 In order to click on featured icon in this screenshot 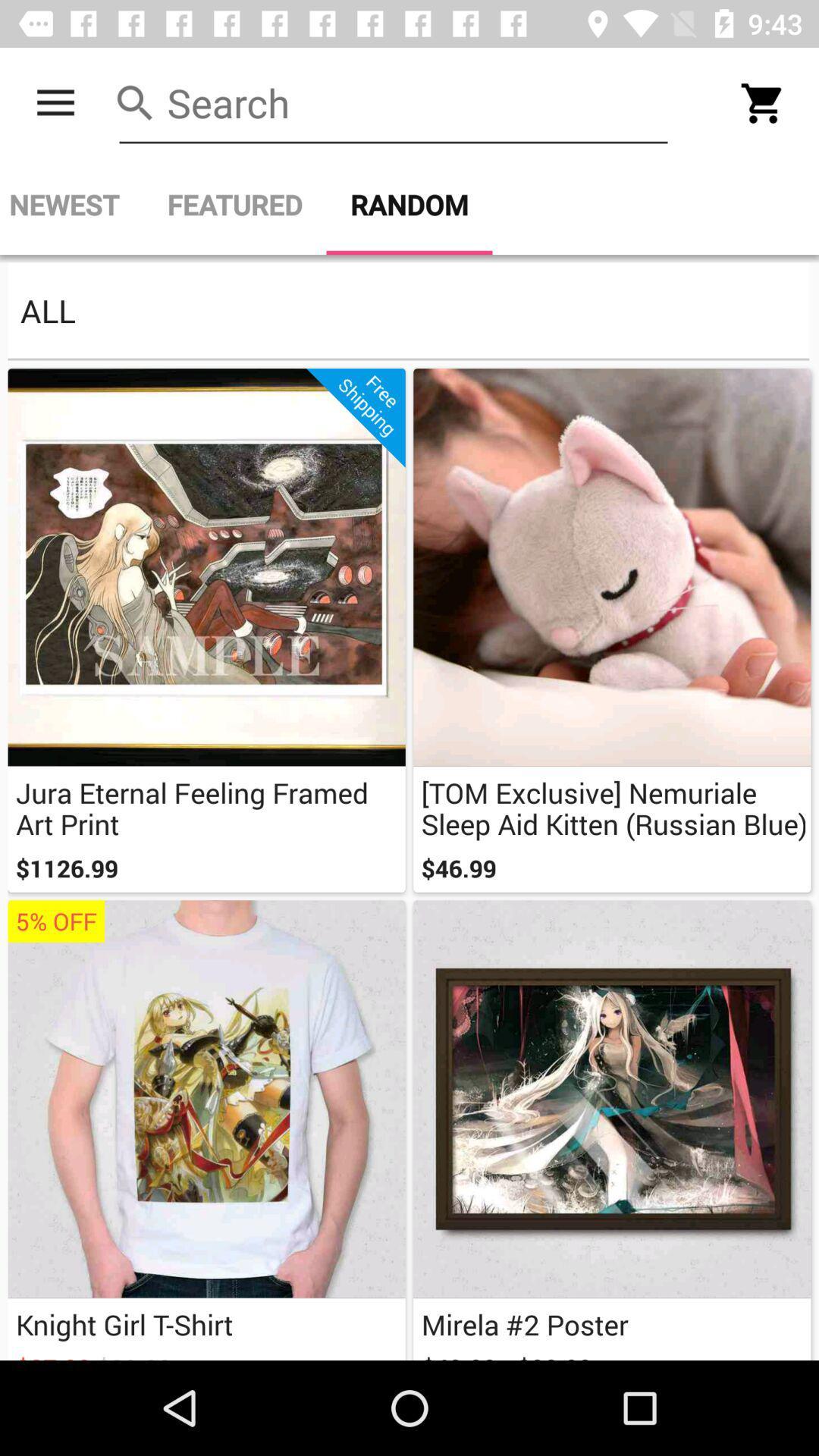, I will do `click(234, 204)`.